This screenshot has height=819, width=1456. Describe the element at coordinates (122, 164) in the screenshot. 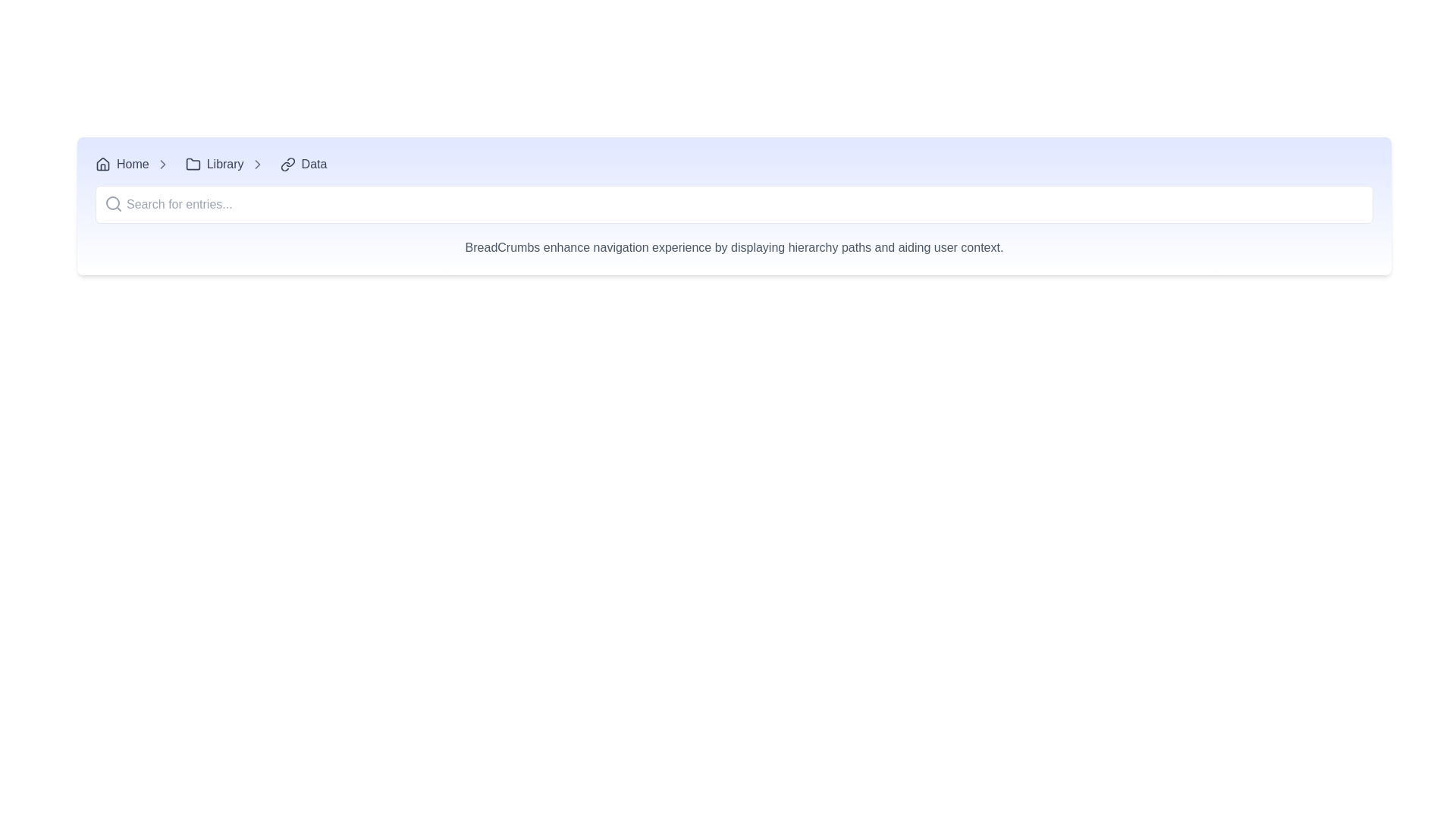

I see `the navigation link that serves as a link to the home page, located in the breadcrumb navigation bar at the top-left, before 'Library' and 'Data', to change its color` at that location.